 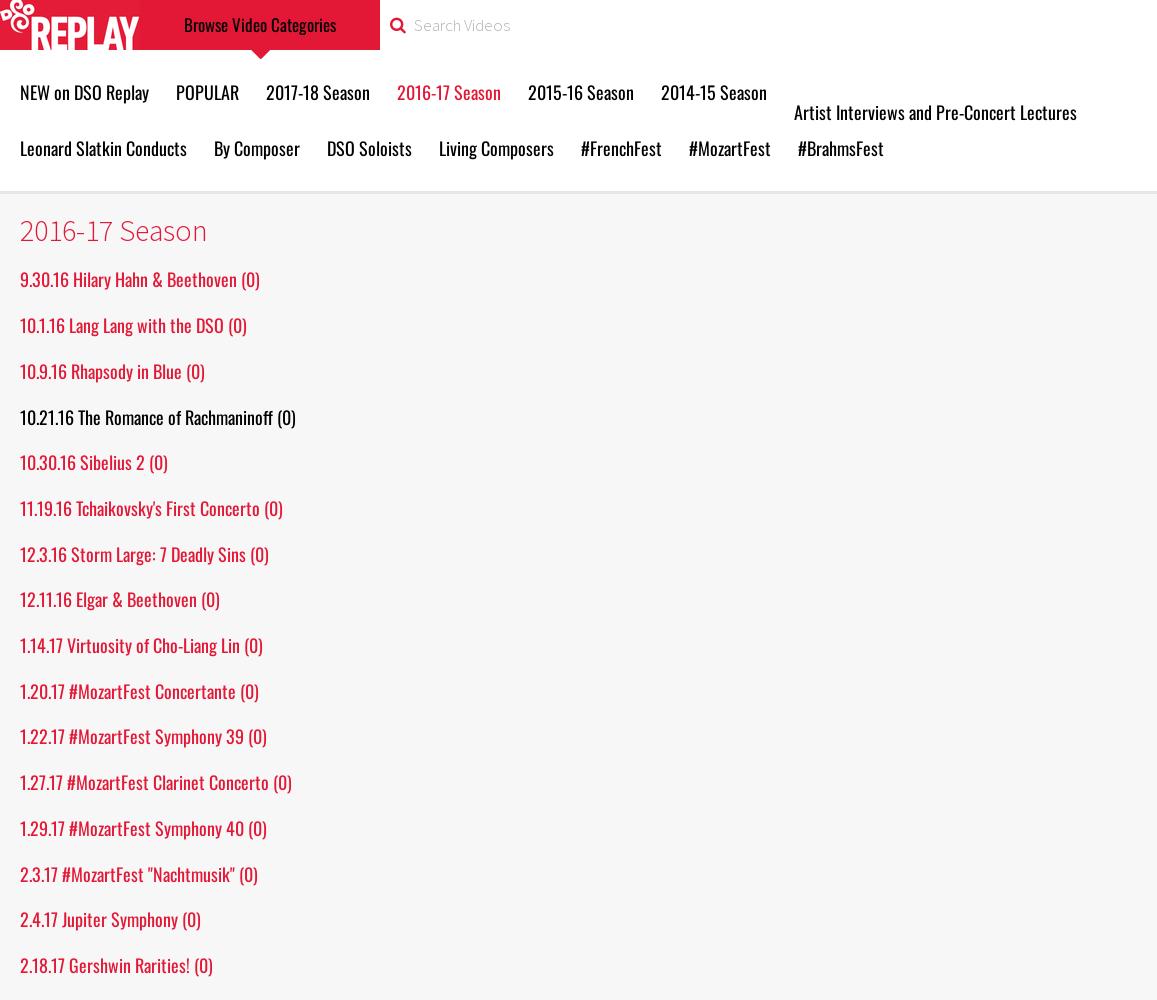 What do you see at coordinates (112, 369) in the screenshot?
I see `'10.9.16 Rhapsody in Blue (0)'` at bounding box center [112, 369].